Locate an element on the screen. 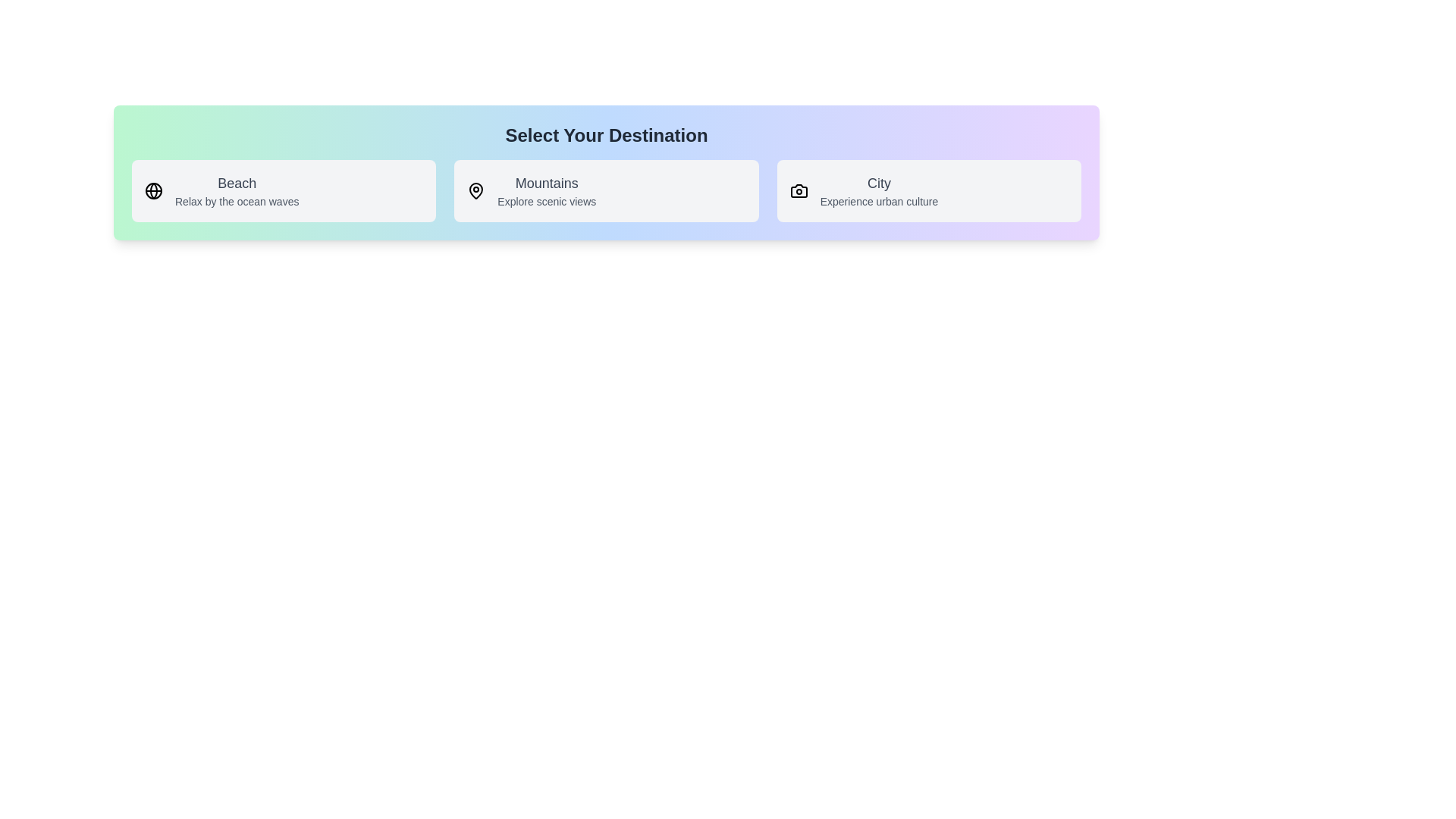 This screenshot has height=819, width=1456. the city icon located in the rightmost card titled 'City', positioned to the left of the text 'City Experience urban culture' is located at coordinates (798, 190).